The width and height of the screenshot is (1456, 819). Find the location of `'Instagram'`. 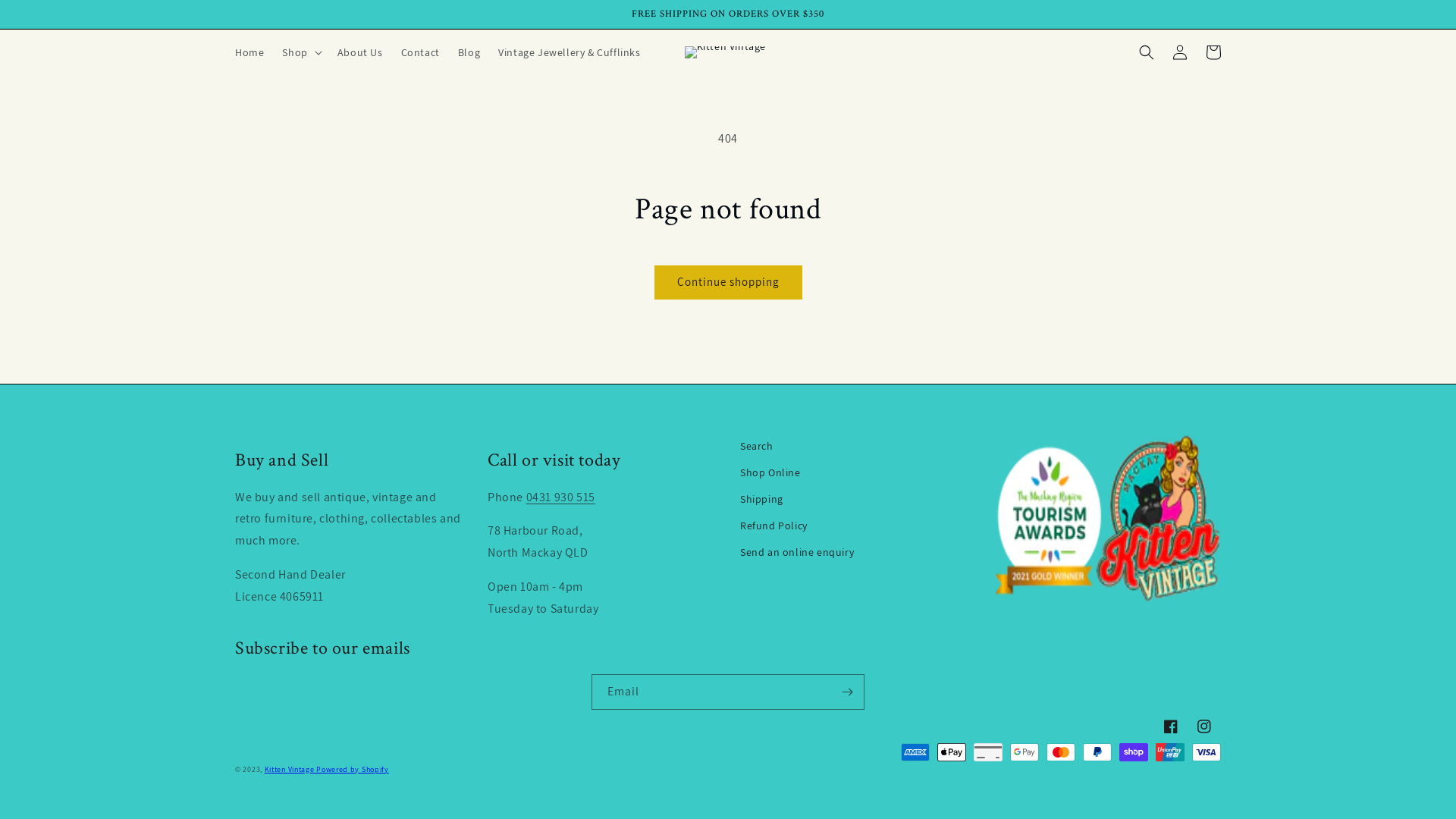

'Instagram' is located at coordinates (1203, 725).